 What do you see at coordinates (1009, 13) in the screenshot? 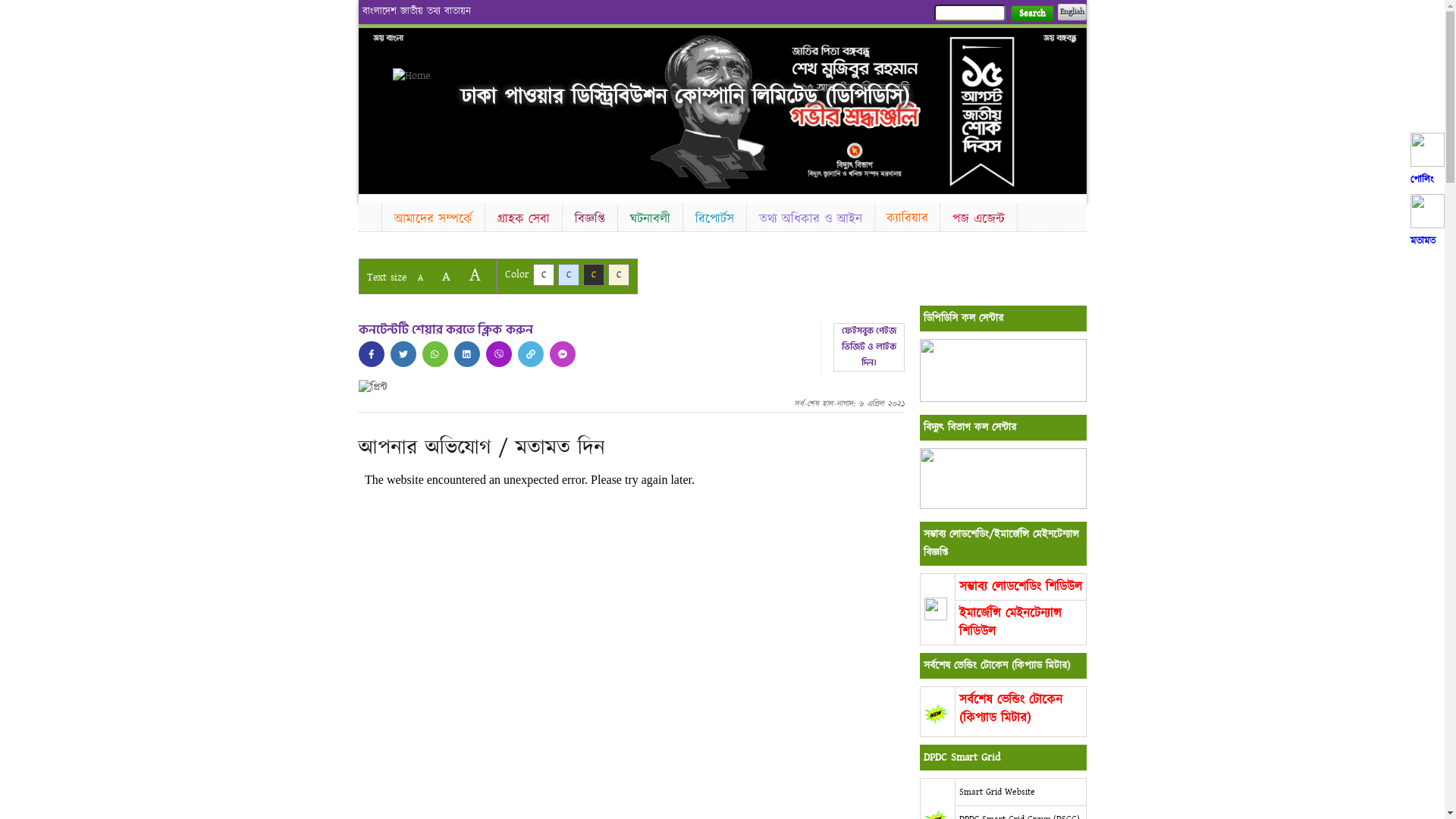
I see `'Search'` at bounding box center [1009, 13].